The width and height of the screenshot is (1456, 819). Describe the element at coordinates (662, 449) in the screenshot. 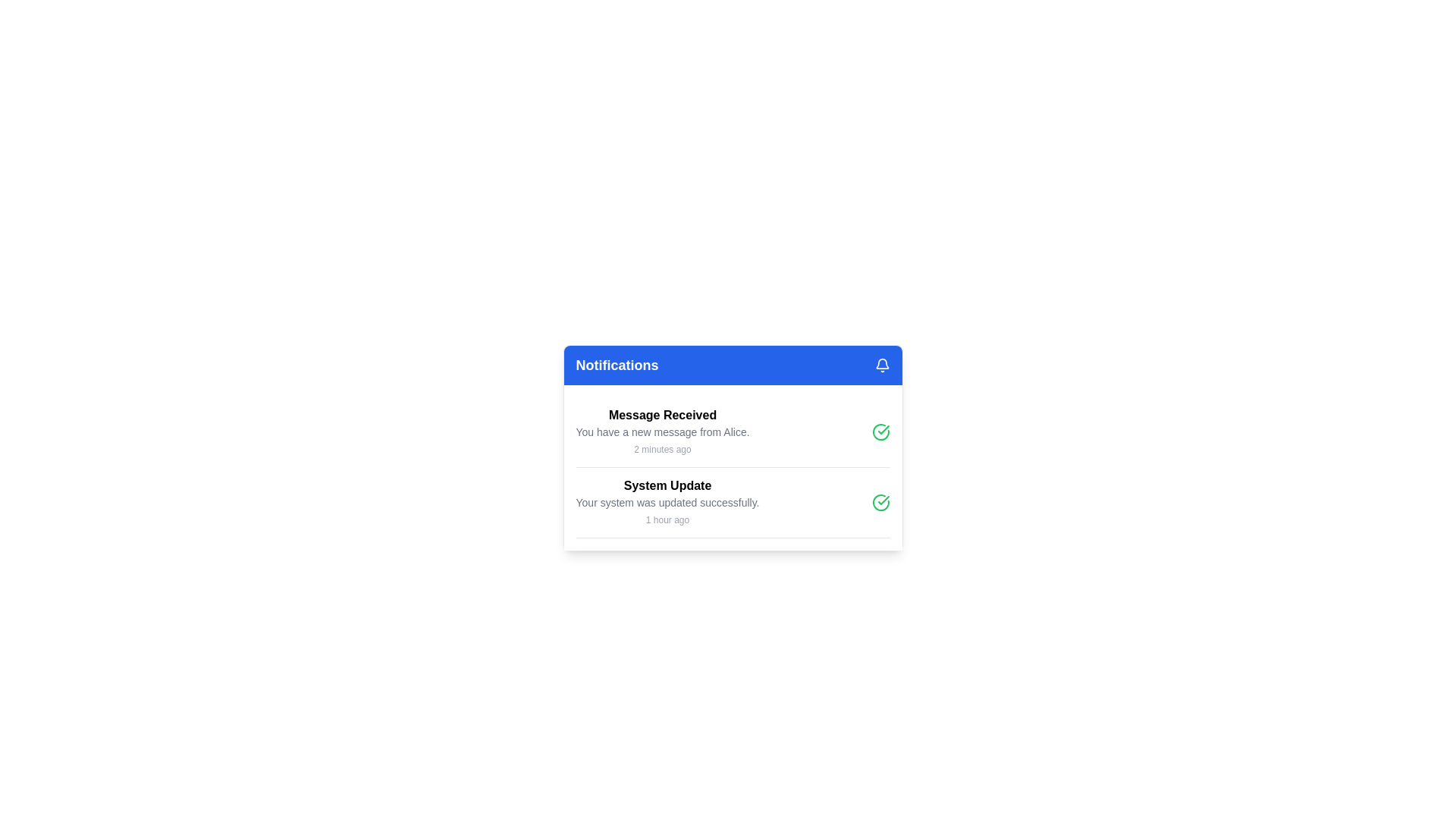

I see `the timestamp text label that indicates the time elapsed since the event occurred in the notification, located below 'You have a new message from Alice.'` at that location.